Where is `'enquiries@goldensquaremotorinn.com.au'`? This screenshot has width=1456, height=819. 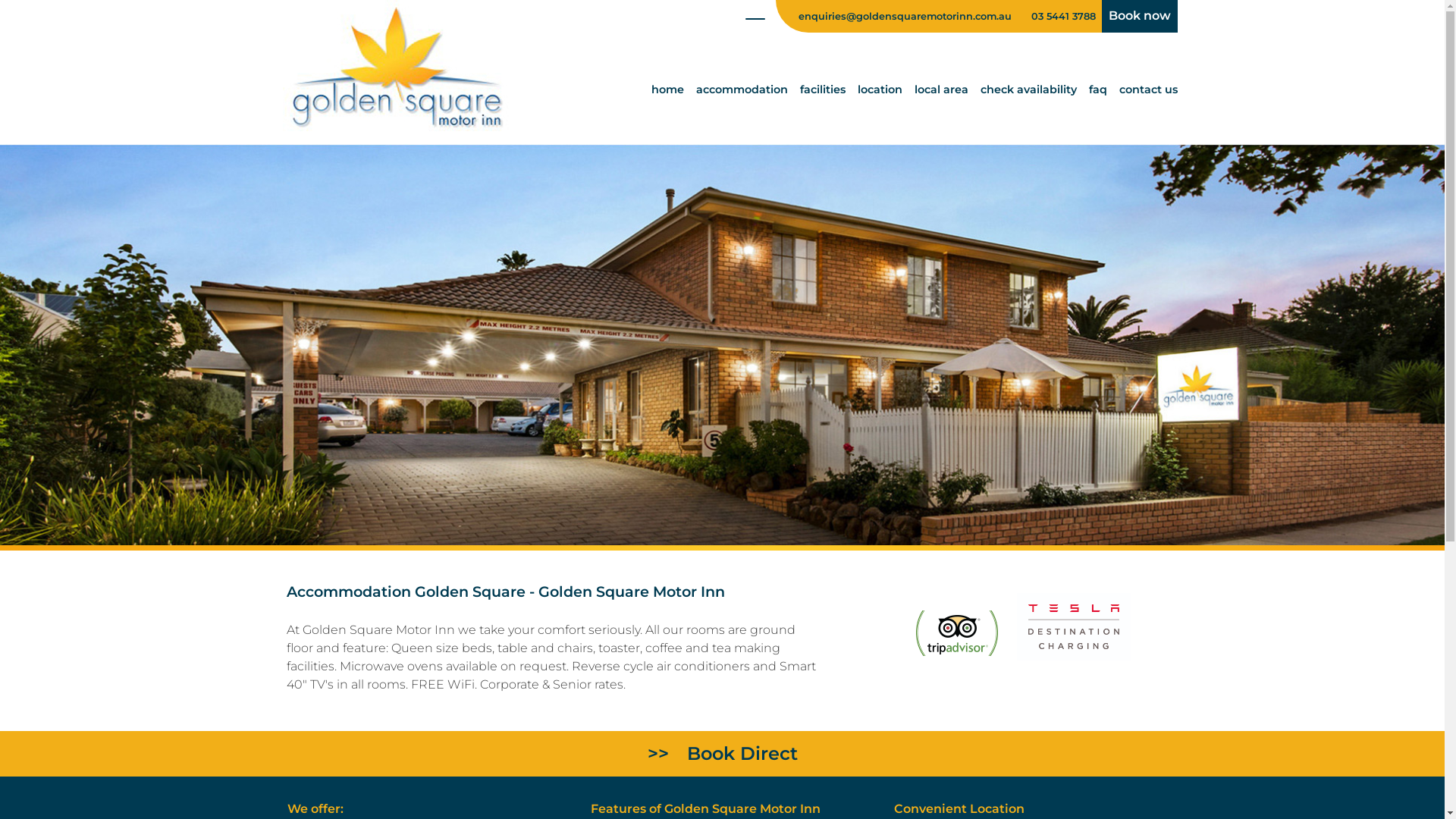
'enquiries@goldensquaremotorinn.com.au' is located at coordinates (897, 16).